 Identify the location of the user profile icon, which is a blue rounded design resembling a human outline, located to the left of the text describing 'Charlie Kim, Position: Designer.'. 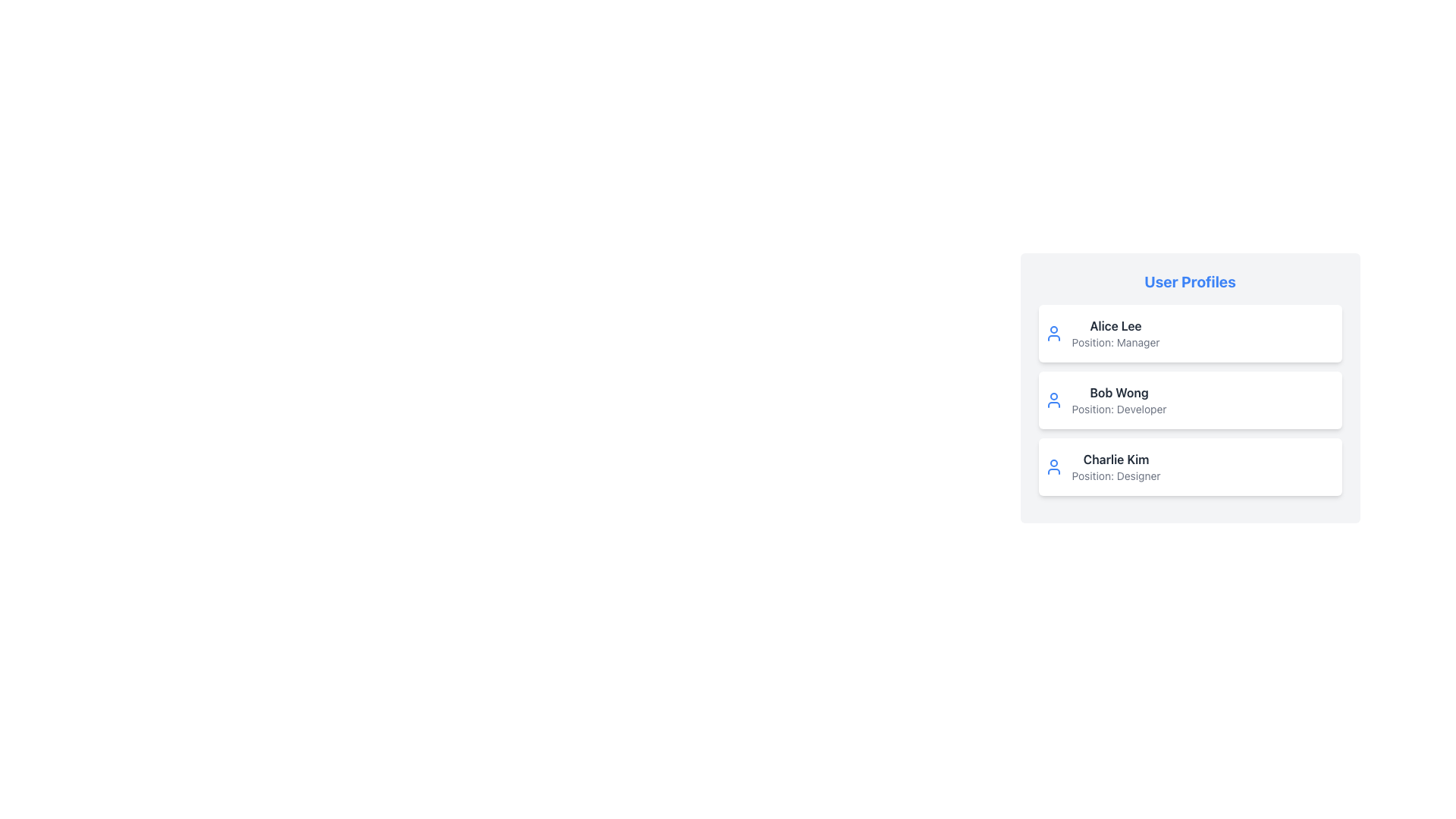
(1053, 466).